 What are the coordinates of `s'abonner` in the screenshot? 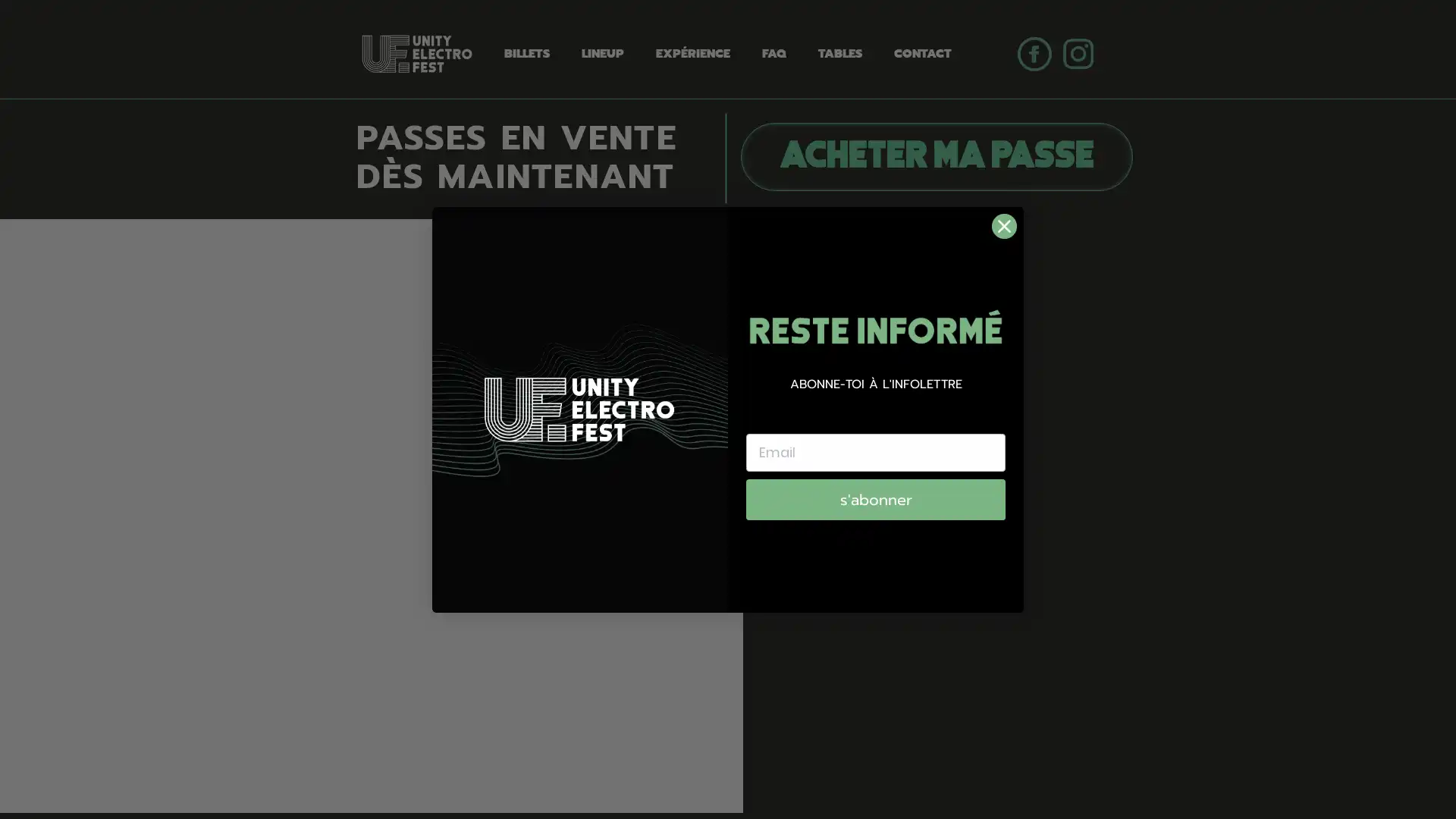 It's located at (876, 499).